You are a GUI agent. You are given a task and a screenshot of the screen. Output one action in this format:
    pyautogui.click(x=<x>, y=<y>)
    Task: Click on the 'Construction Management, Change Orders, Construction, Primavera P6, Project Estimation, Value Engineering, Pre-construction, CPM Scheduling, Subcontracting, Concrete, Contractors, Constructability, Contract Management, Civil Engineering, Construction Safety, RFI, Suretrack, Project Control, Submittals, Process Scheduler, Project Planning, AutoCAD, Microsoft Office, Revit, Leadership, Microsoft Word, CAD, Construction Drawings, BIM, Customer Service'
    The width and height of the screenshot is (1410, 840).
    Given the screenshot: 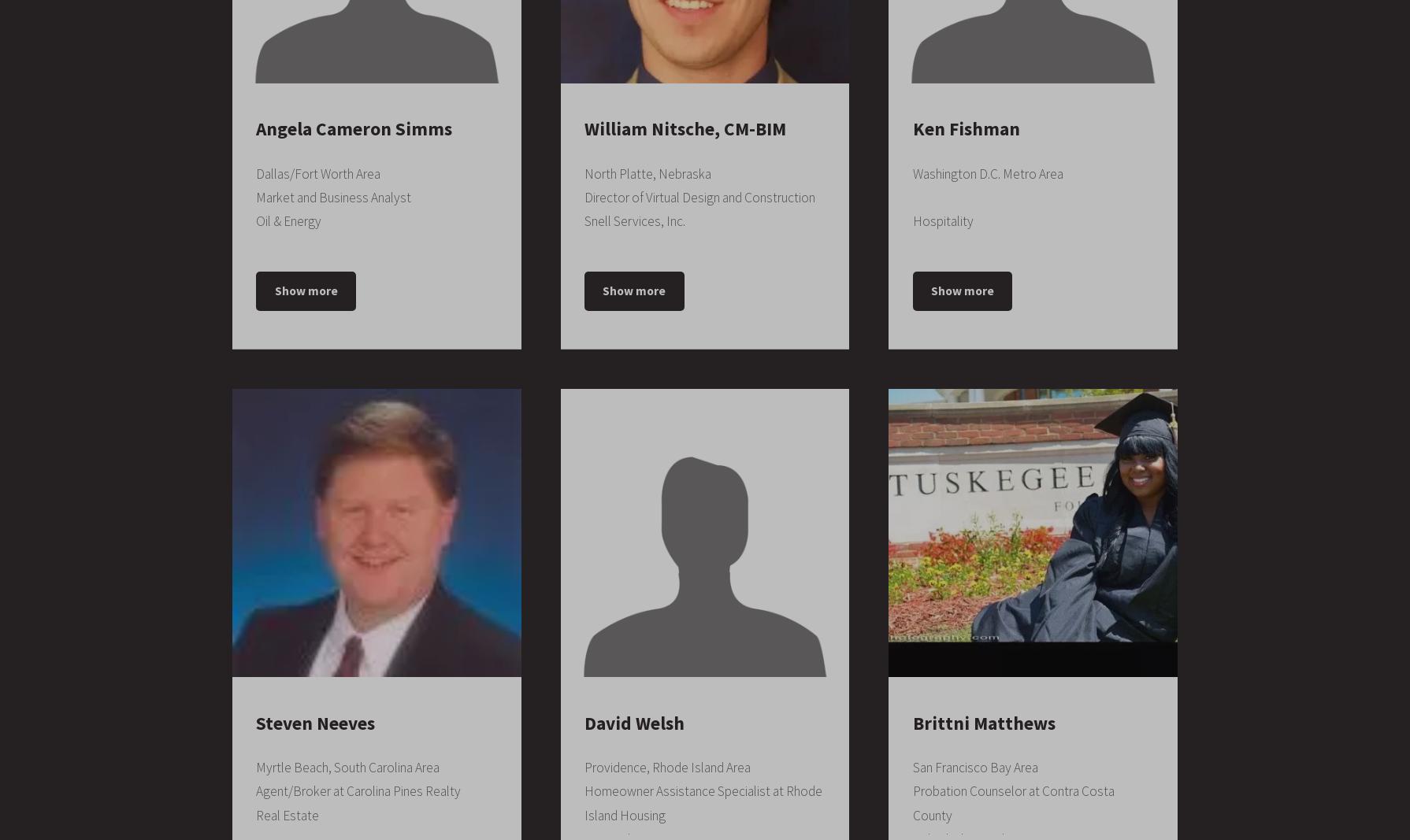 What is the action you would take?
    pyautogui.click(x=699, y=459)
    